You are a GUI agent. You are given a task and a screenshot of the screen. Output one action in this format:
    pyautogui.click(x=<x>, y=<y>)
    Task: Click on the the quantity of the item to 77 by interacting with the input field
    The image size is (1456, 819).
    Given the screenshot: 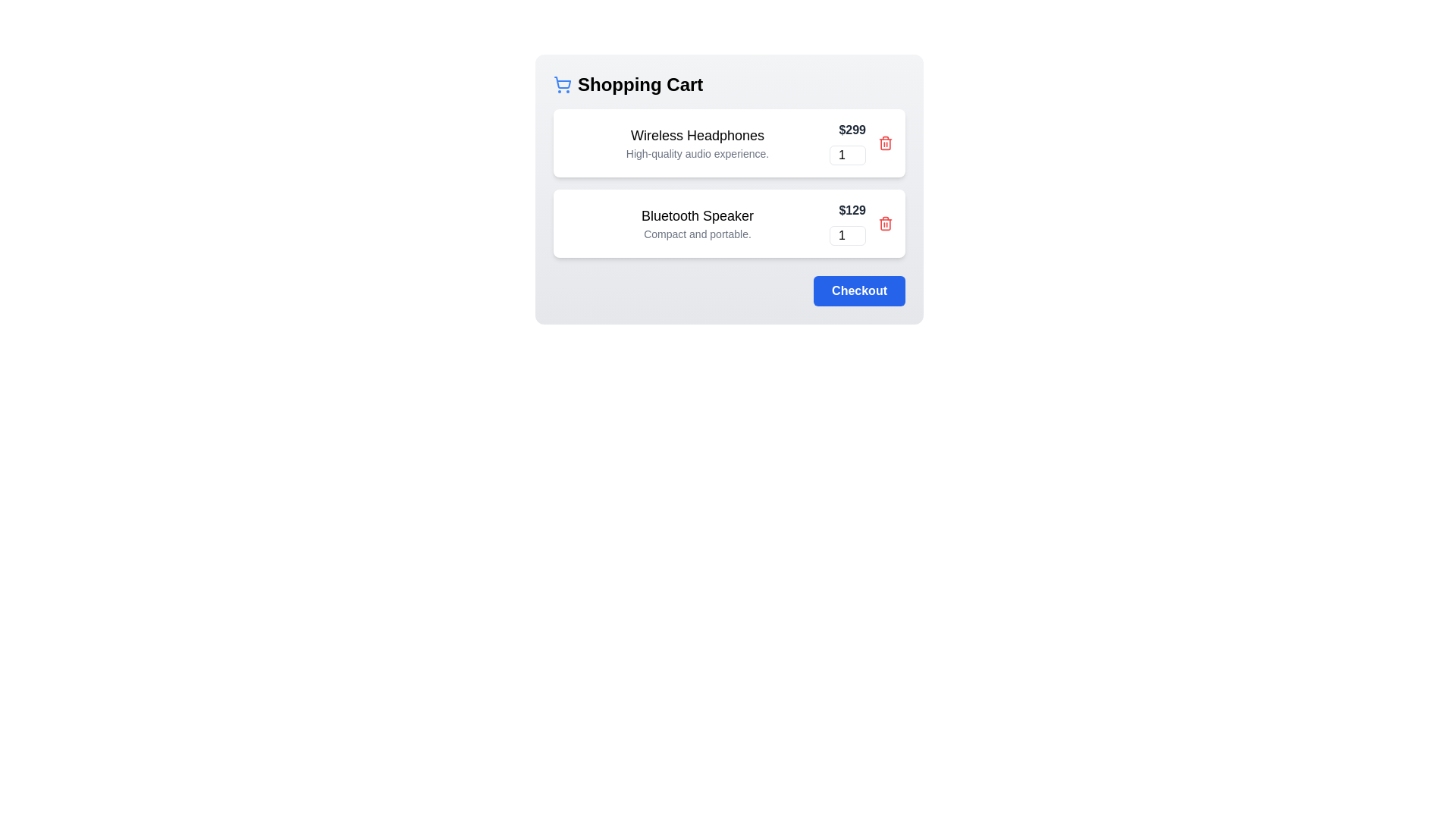 What is the action you would take?
    pyautogui.click(x=847, y=155)
    